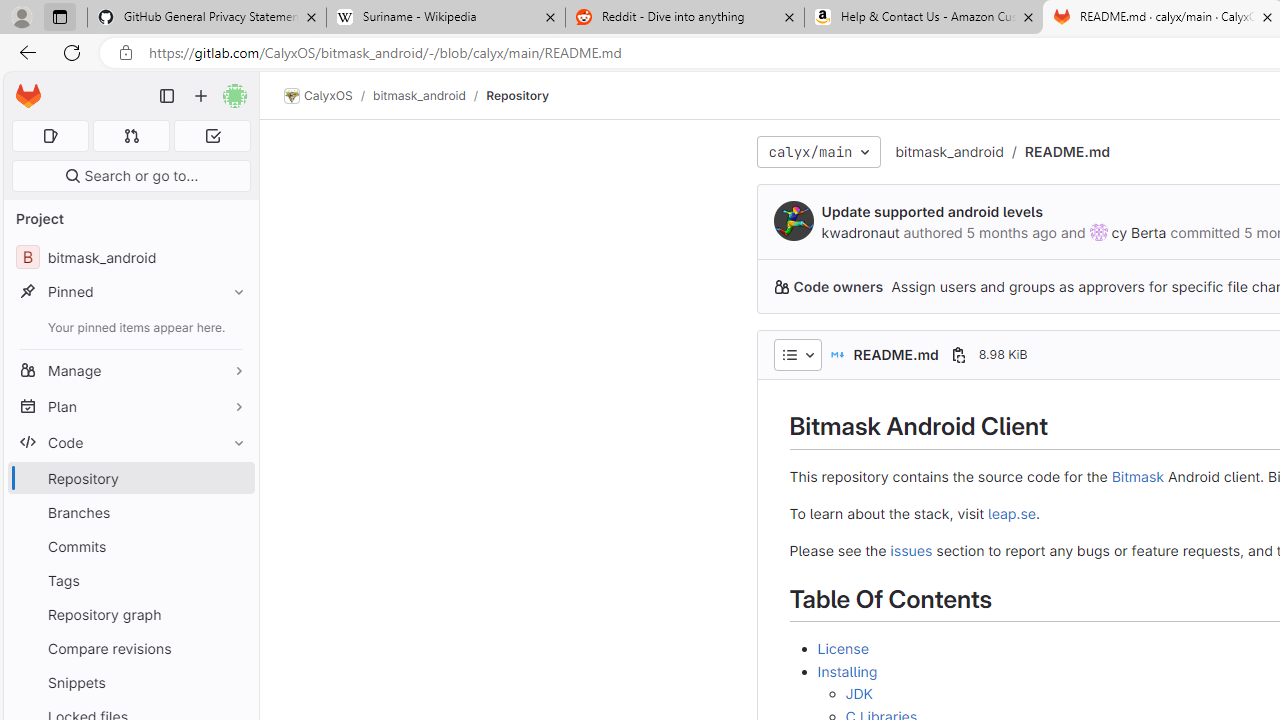 The height and width of the screenshot is (720, 1280). What do you see at coordinates (957, 353) in the screenshot?
I see `'Copy file path'` at bounding box center [957, 353].